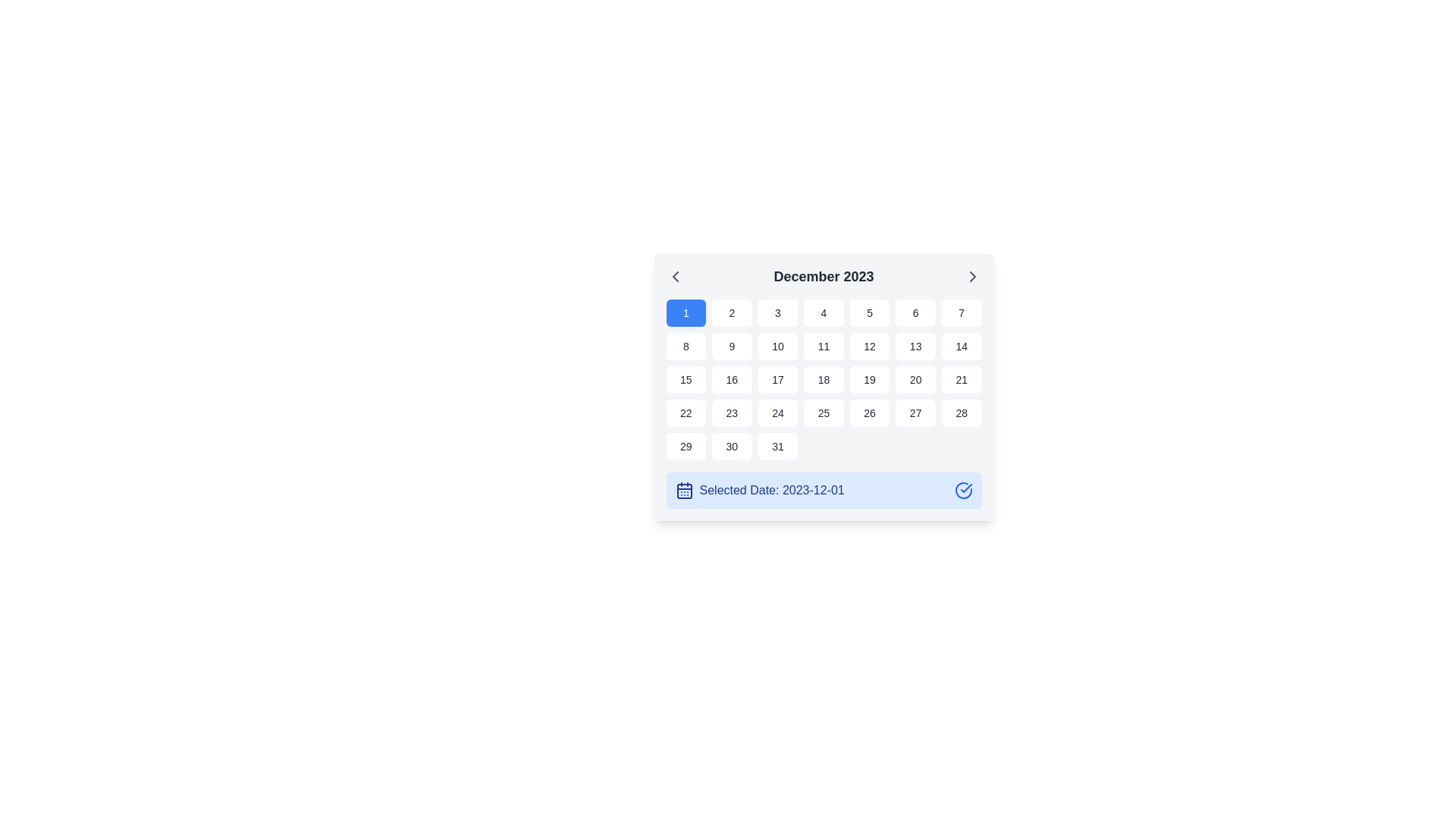  What do you see at coordinates (777, 413) in the screenshot?
I see `the rounded rectangular button displaying the number '24' in the calendar date selection interface for December 2023` at bounding box center [777, 413].